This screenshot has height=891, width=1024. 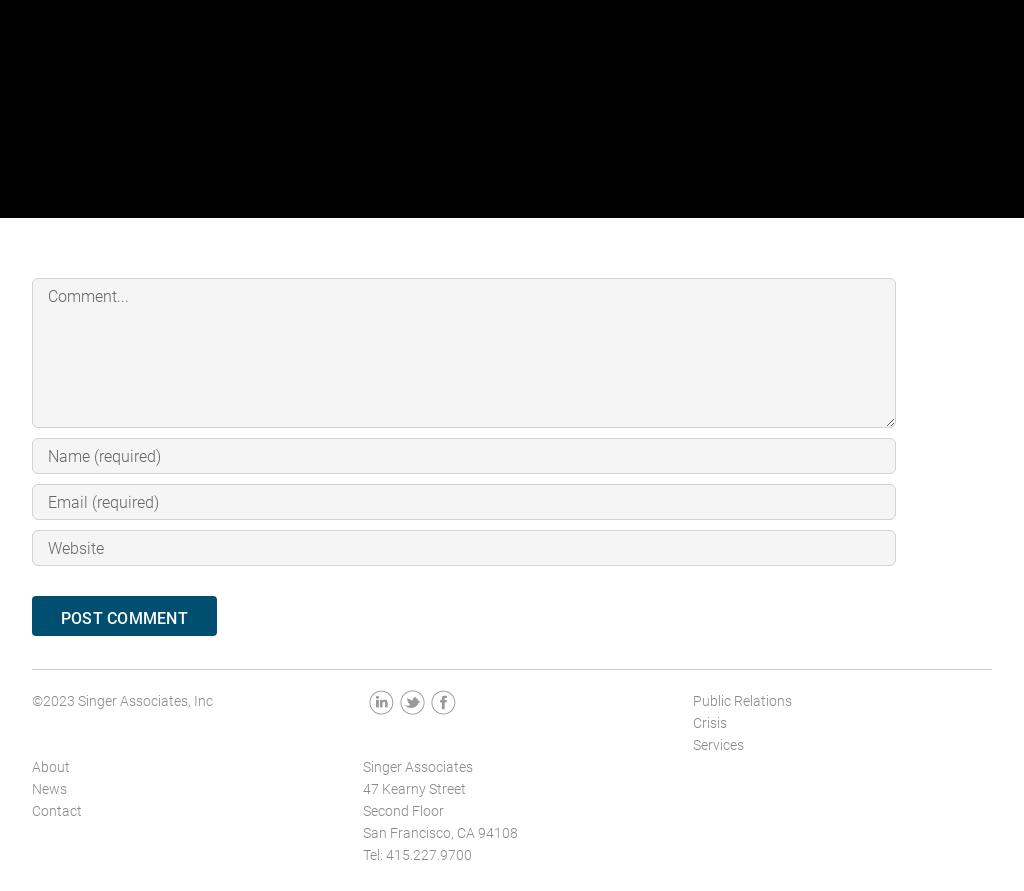 I want to click on 'Contact', so click(x=56, y=809).